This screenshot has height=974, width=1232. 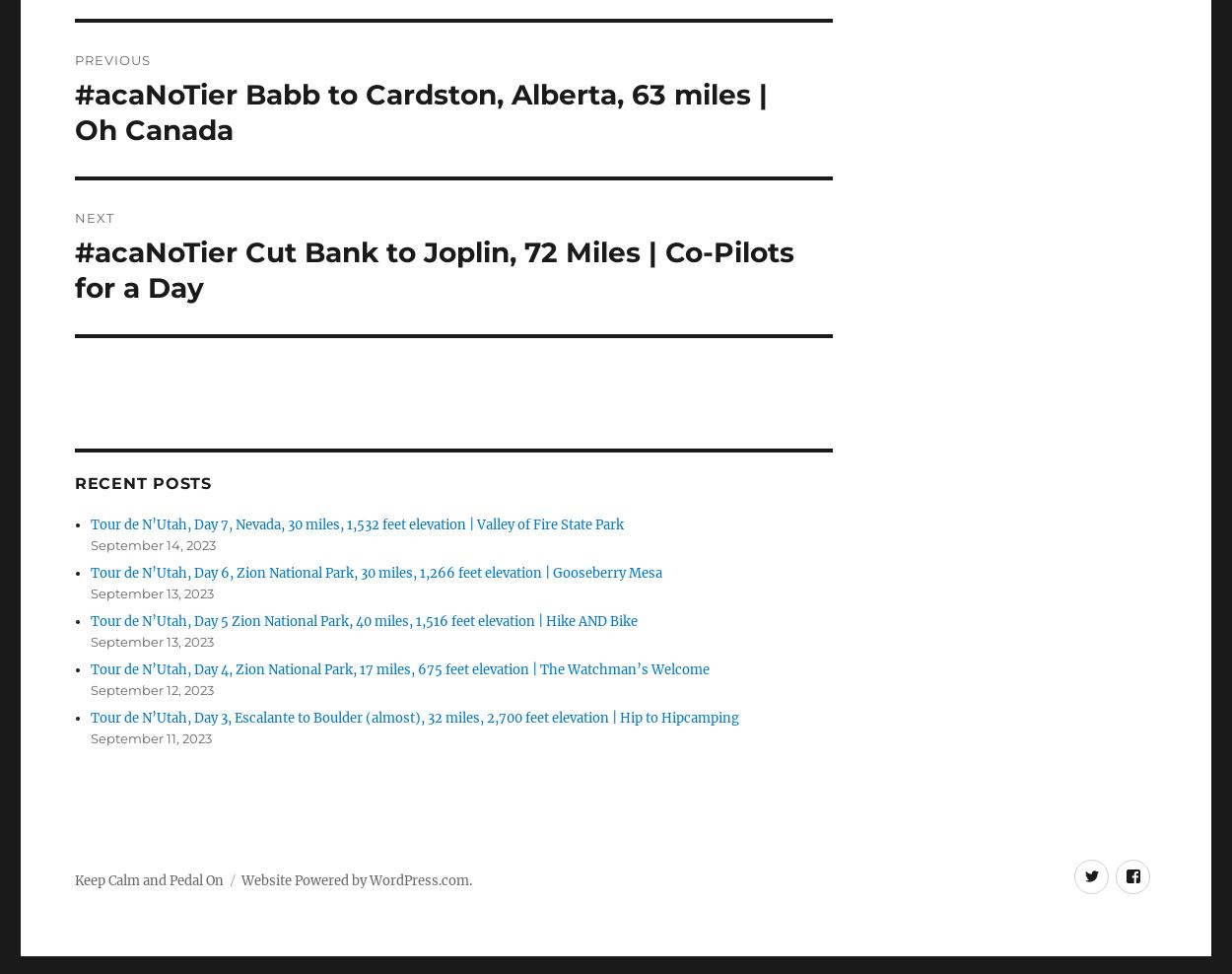 I want to click on 'September 12, 2023', so click(x=152, y=689).